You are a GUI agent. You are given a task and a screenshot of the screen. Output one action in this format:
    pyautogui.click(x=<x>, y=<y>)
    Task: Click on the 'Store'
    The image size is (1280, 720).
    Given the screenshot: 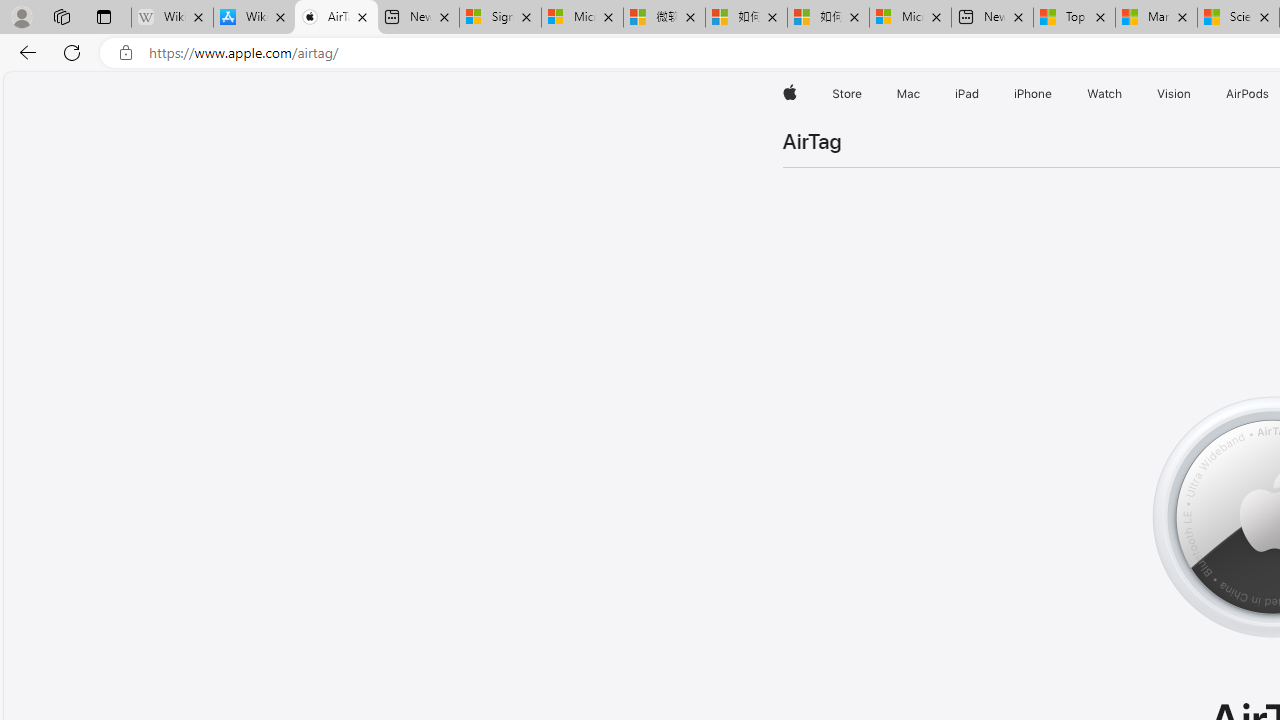 What is the action you would take?
    pyautogui.click(x=846, y=93)
    